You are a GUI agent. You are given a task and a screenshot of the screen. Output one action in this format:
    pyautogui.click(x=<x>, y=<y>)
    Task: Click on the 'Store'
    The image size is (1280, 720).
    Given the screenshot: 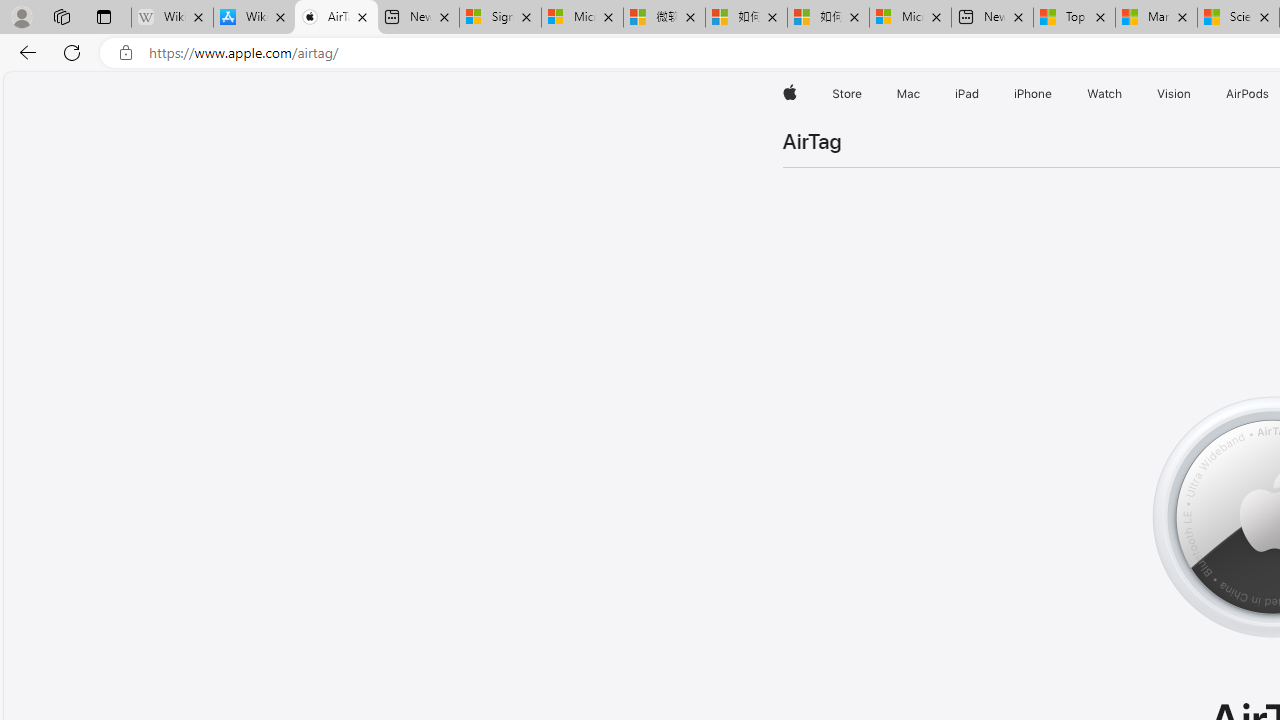 What is the action you would take?
    pyautogui.click(x=846, y=93)
    